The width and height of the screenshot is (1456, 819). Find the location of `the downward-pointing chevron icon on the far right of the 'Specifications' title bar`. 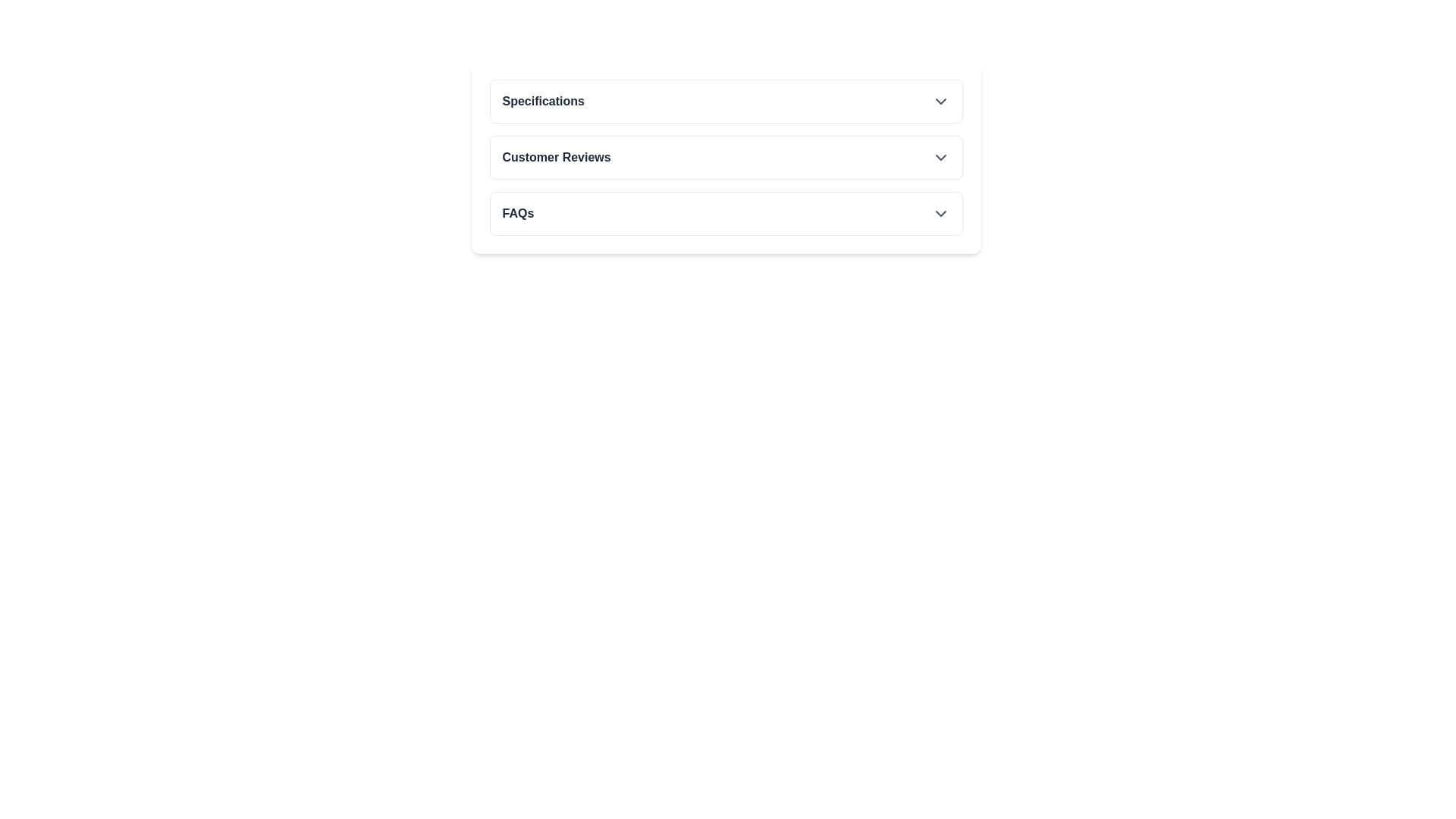

the downward-pointing chevron icon on the far right of the 'Specifications' title bar is located at coordinates (940, 102).